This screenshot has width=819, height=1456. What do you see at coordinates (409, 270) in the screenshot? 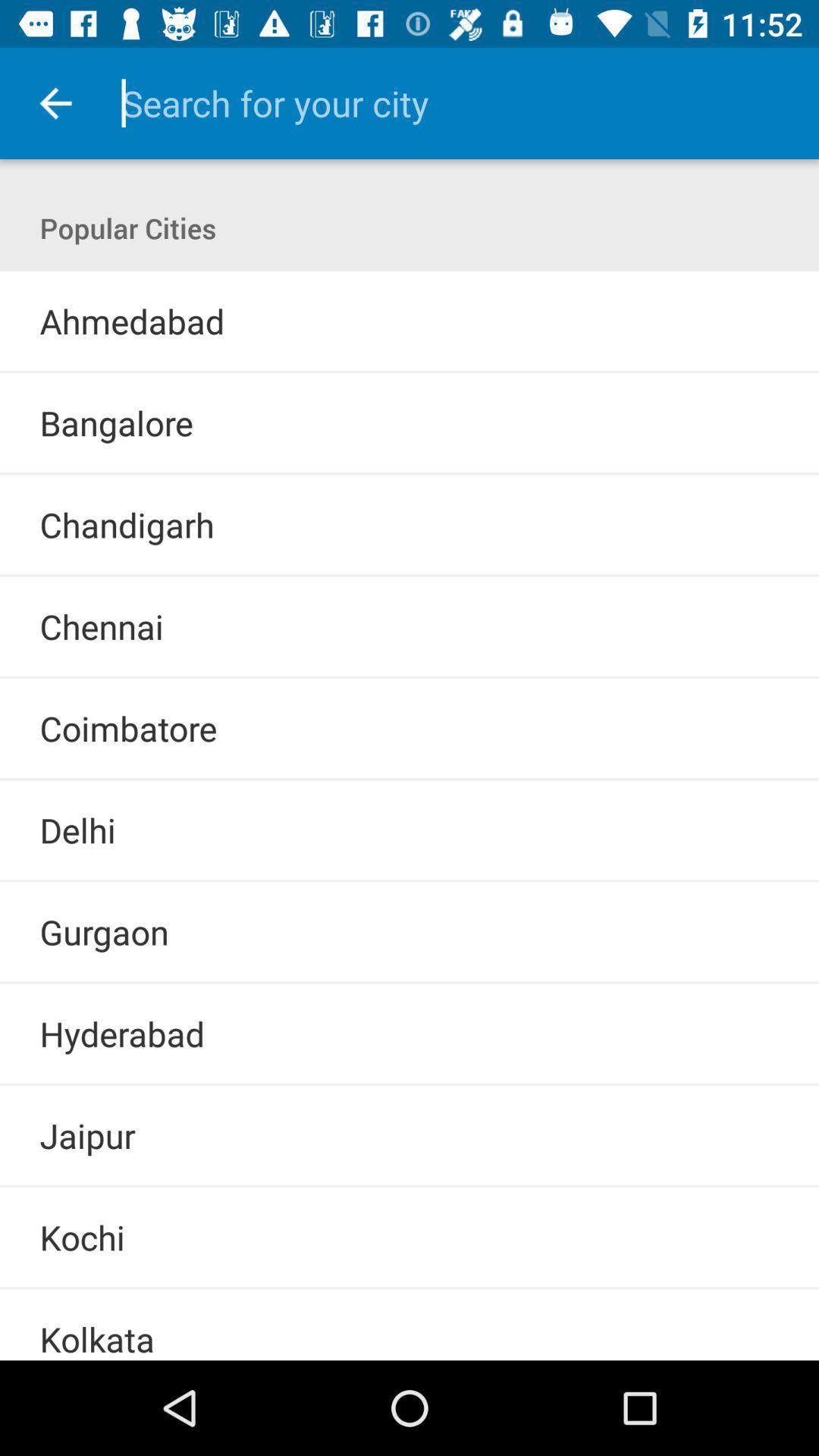
I see `item above the ahmedabad item` at bounding box center [409, 270].